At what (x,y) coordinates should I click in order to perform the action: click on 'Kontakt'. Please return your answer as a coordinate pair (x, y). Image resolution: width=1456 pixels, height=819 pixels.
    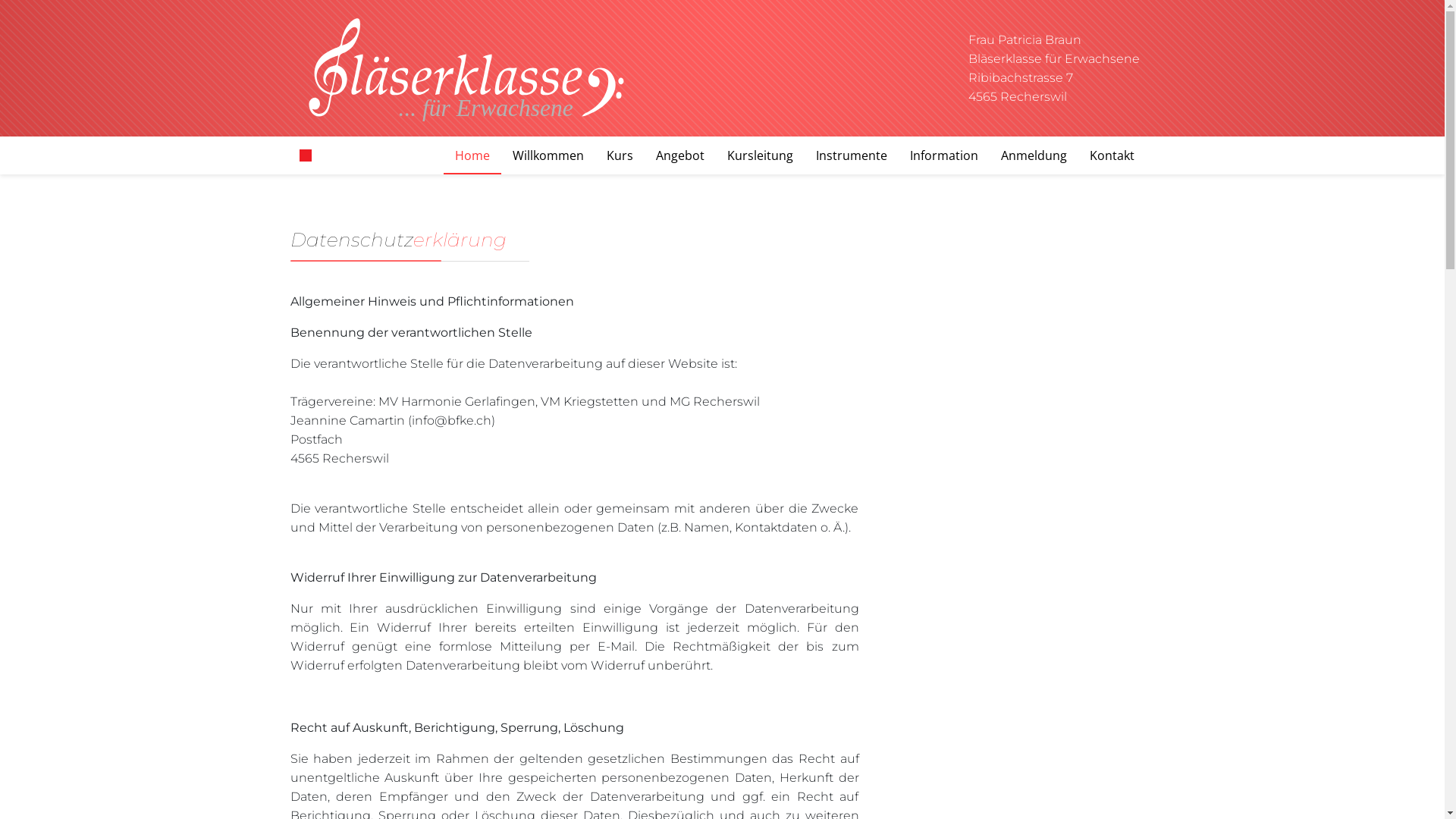
    Looking at the image, I should click on (1112, 155).